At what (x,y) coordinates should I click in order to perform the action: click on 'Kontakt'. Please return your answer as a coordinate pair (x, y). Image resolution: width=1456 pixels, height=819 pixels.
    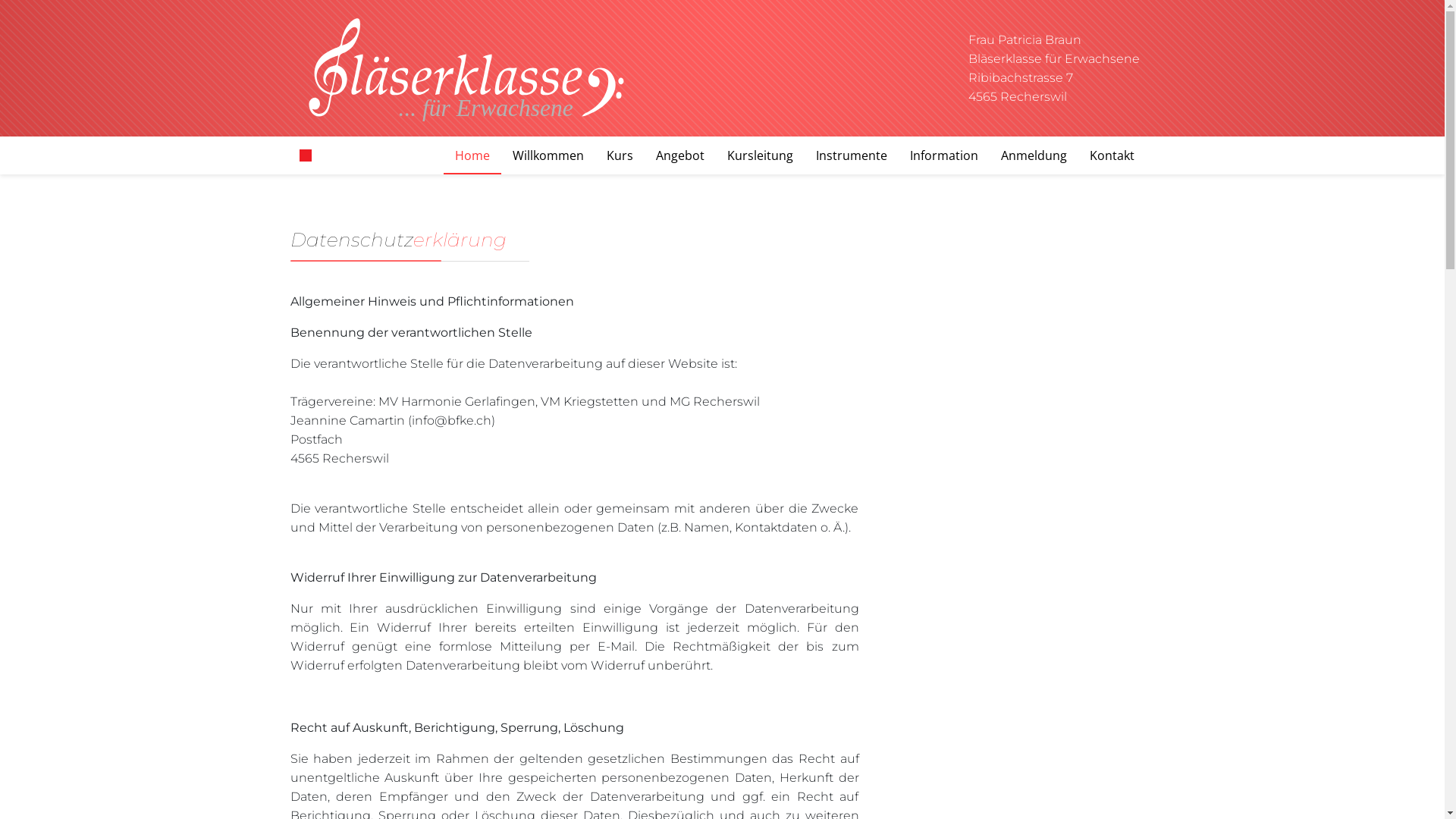
    Looking at the image, I should click on (1112, 155).